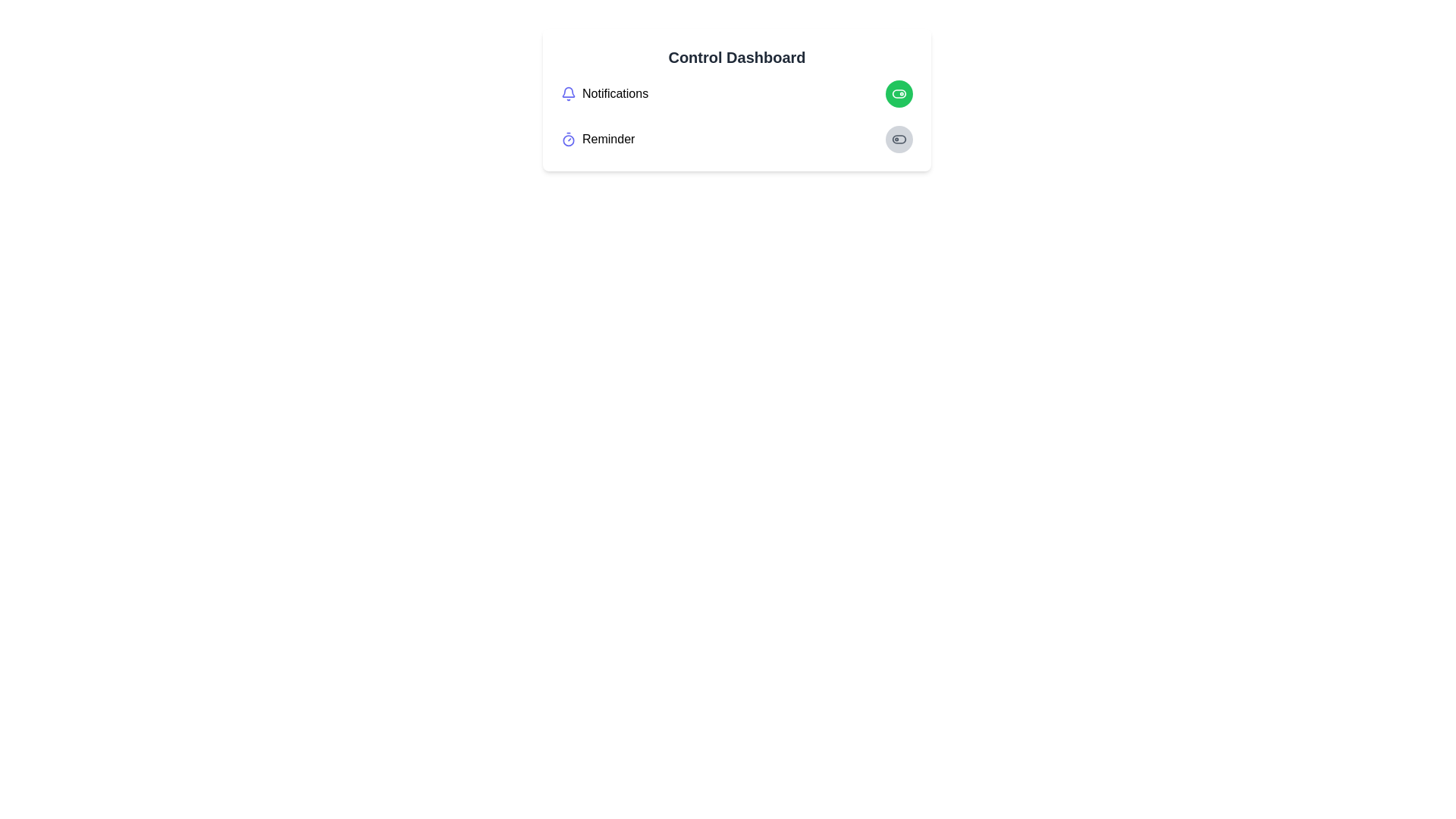 This screenshot has height=819, width=1456. I want to click on the central circular SVG element that represents a reminder icon, located to the left of the 'Reminder' text, so click(567, 140).